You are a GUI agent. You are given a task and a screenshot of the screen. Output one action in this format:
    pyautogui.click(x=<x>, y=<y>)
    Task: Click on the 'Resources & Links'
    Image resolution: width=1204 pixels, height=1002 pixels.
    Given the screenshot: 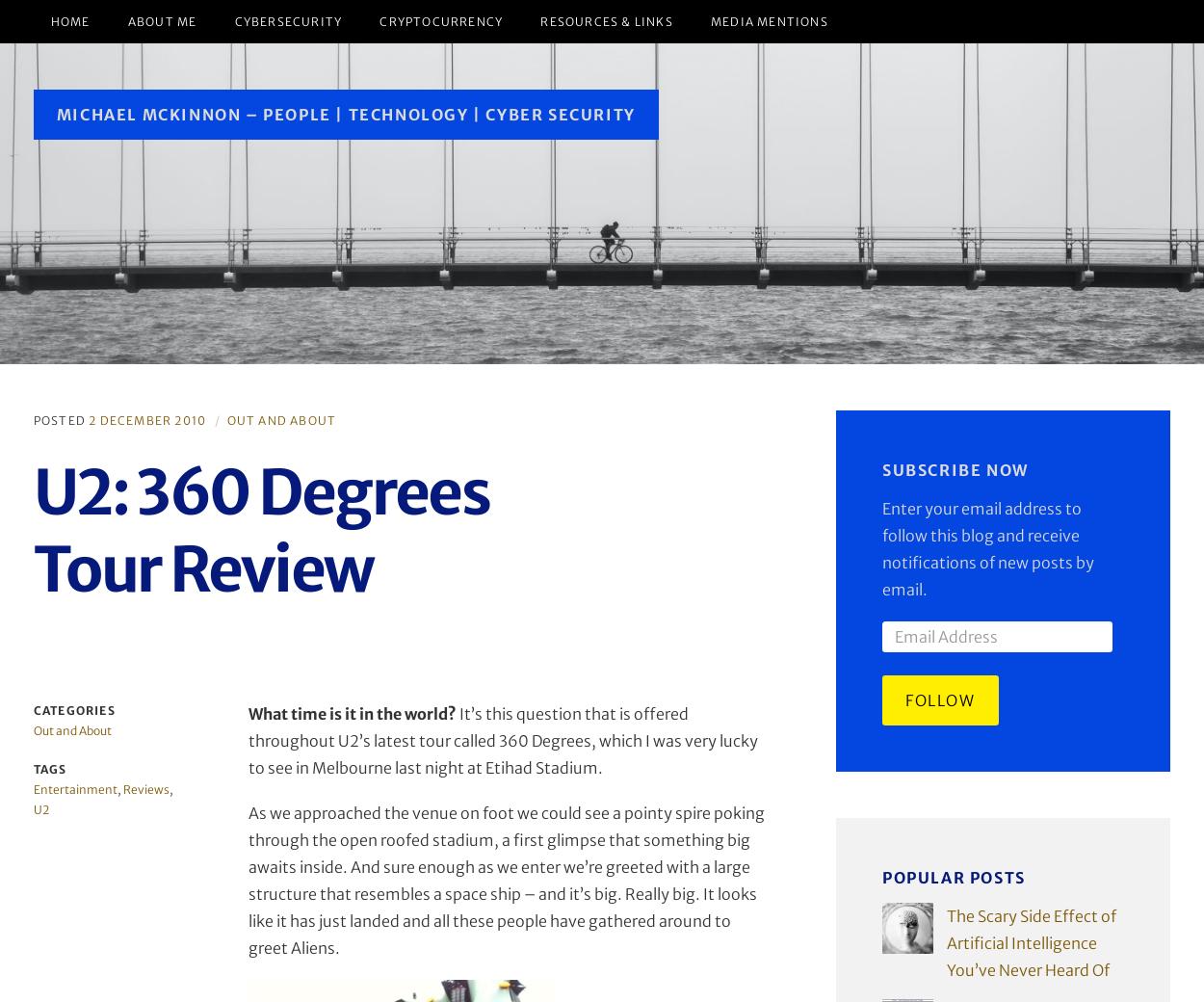 What is the action you would take?
    pyautogui.click(x=606, y=20)
    